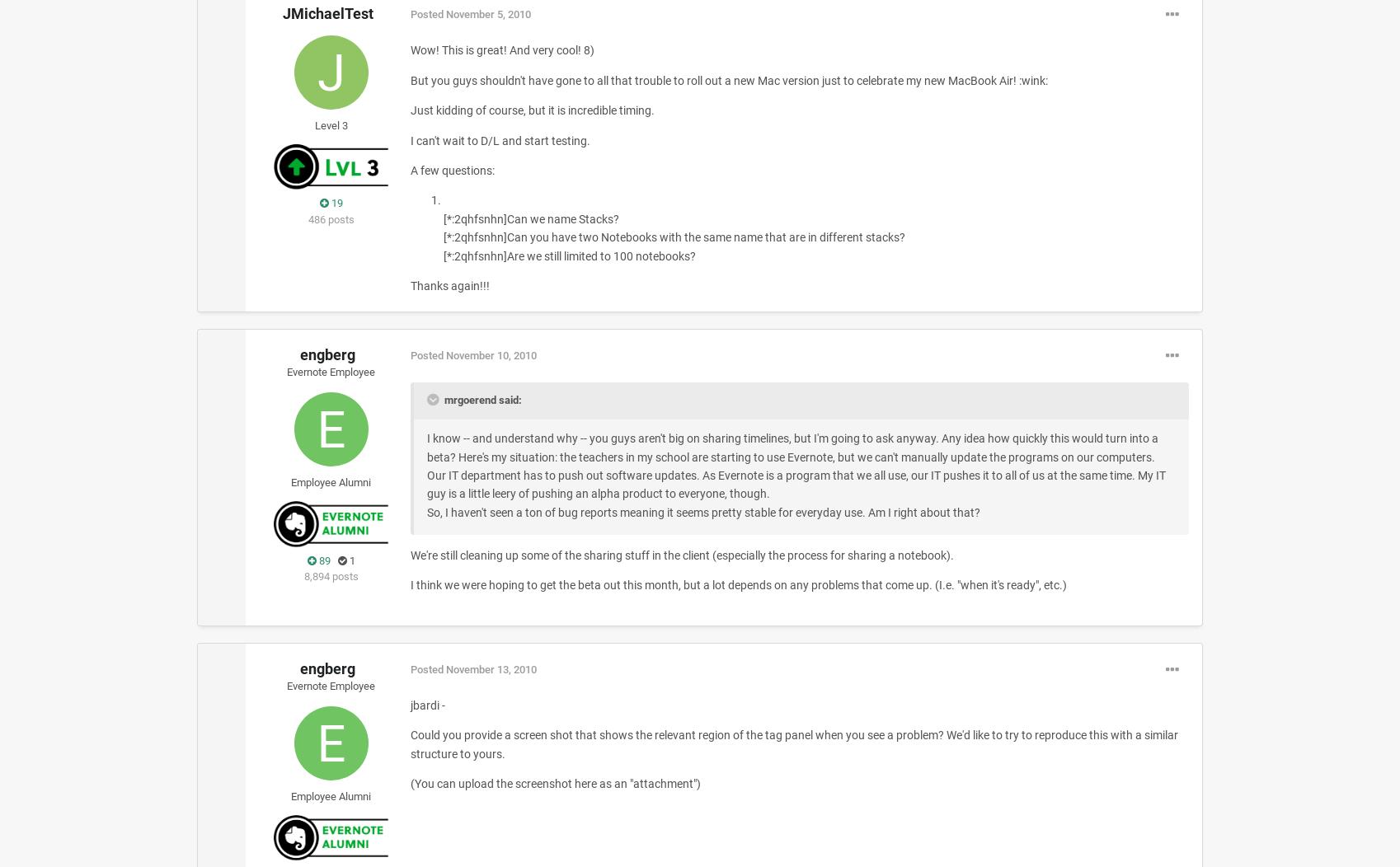  Describe the element at coordinates (449, 284) in the screenshot. I see `'Thanks again!!!'` at that location.